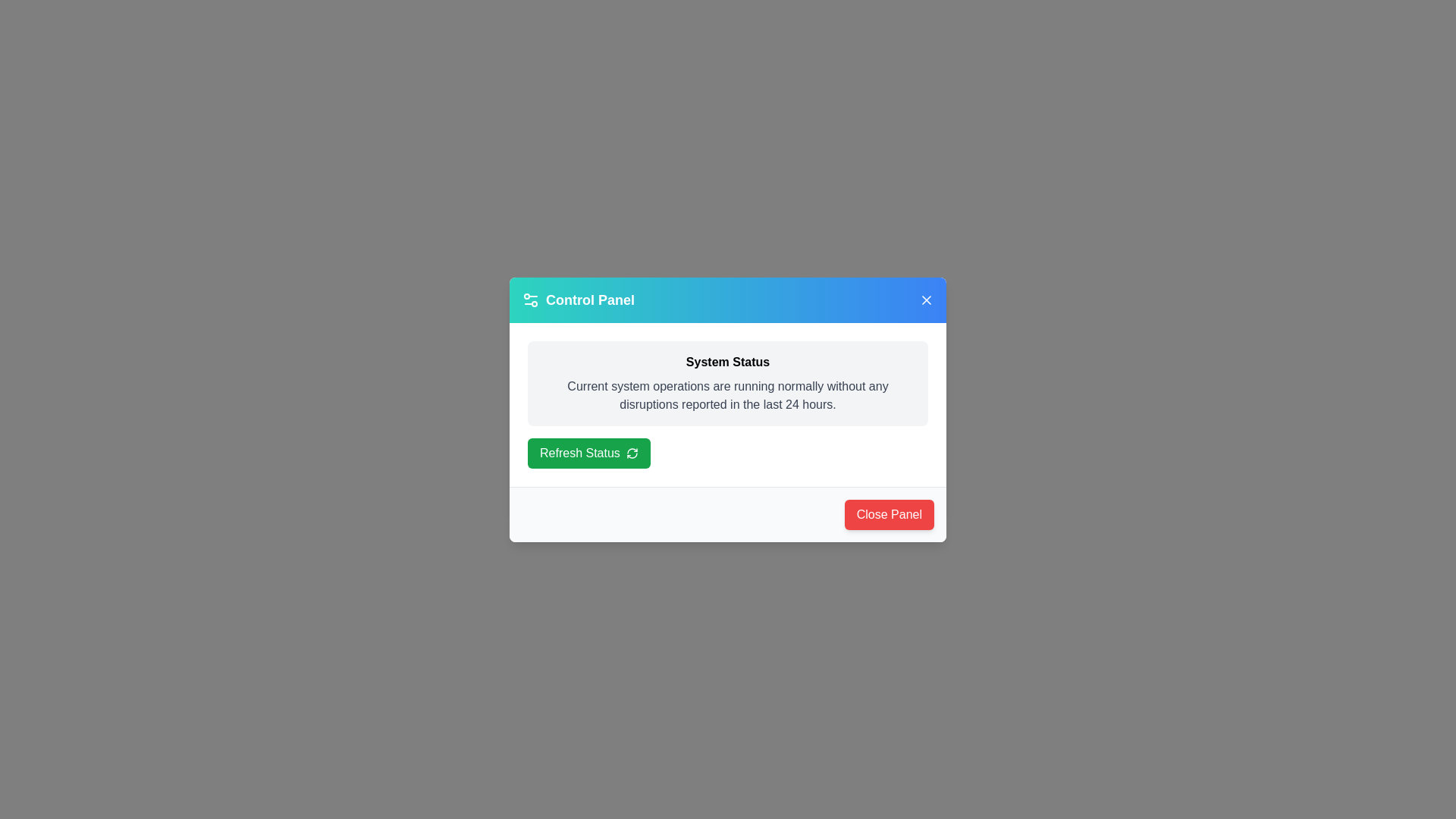  I want to click on close button at the bottom-right corner of the dialog, so click(889, 513).